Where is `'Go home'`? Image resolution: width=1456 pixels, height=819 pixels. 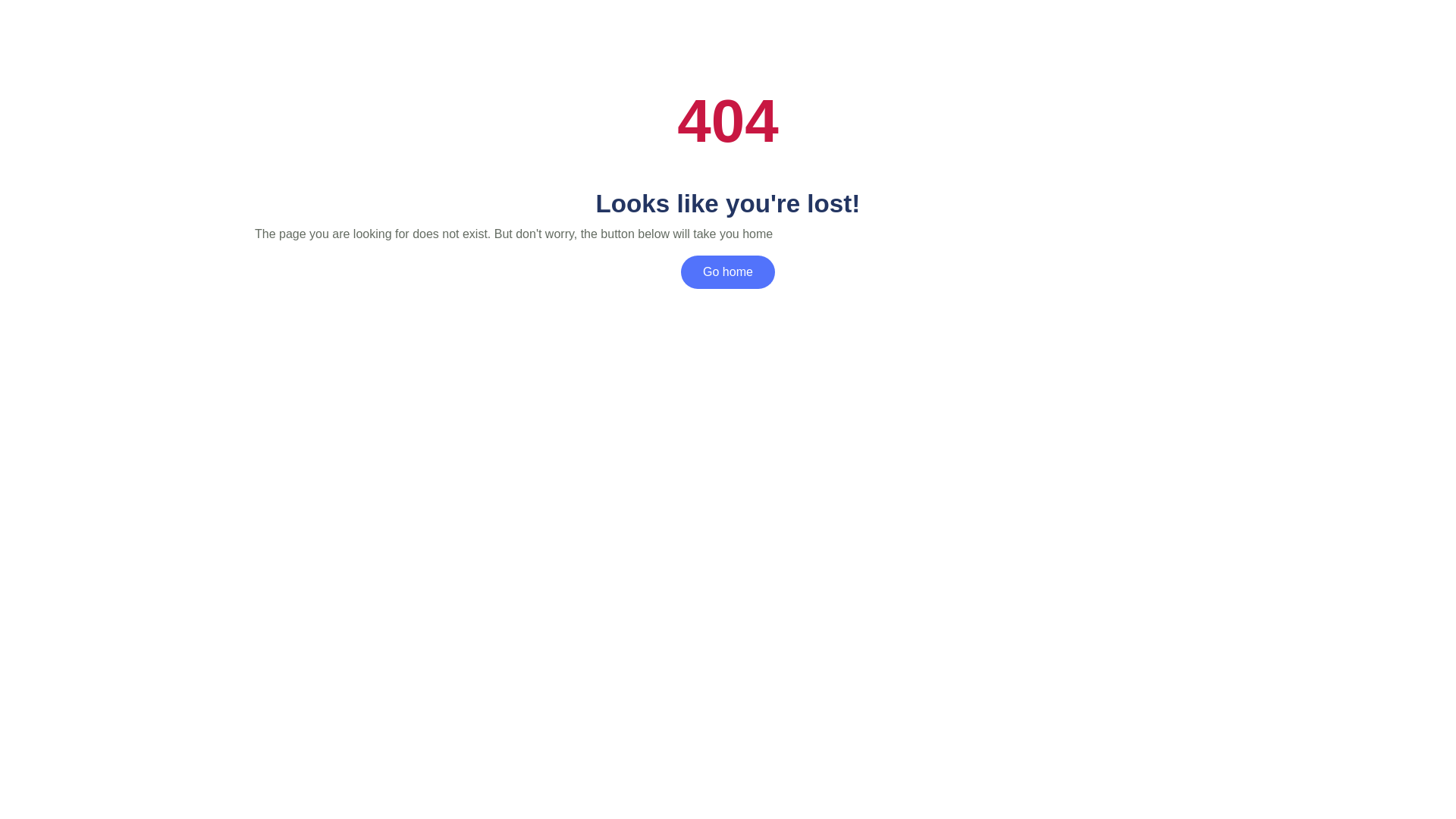
'Go home' is located at coordinates (726, 271).